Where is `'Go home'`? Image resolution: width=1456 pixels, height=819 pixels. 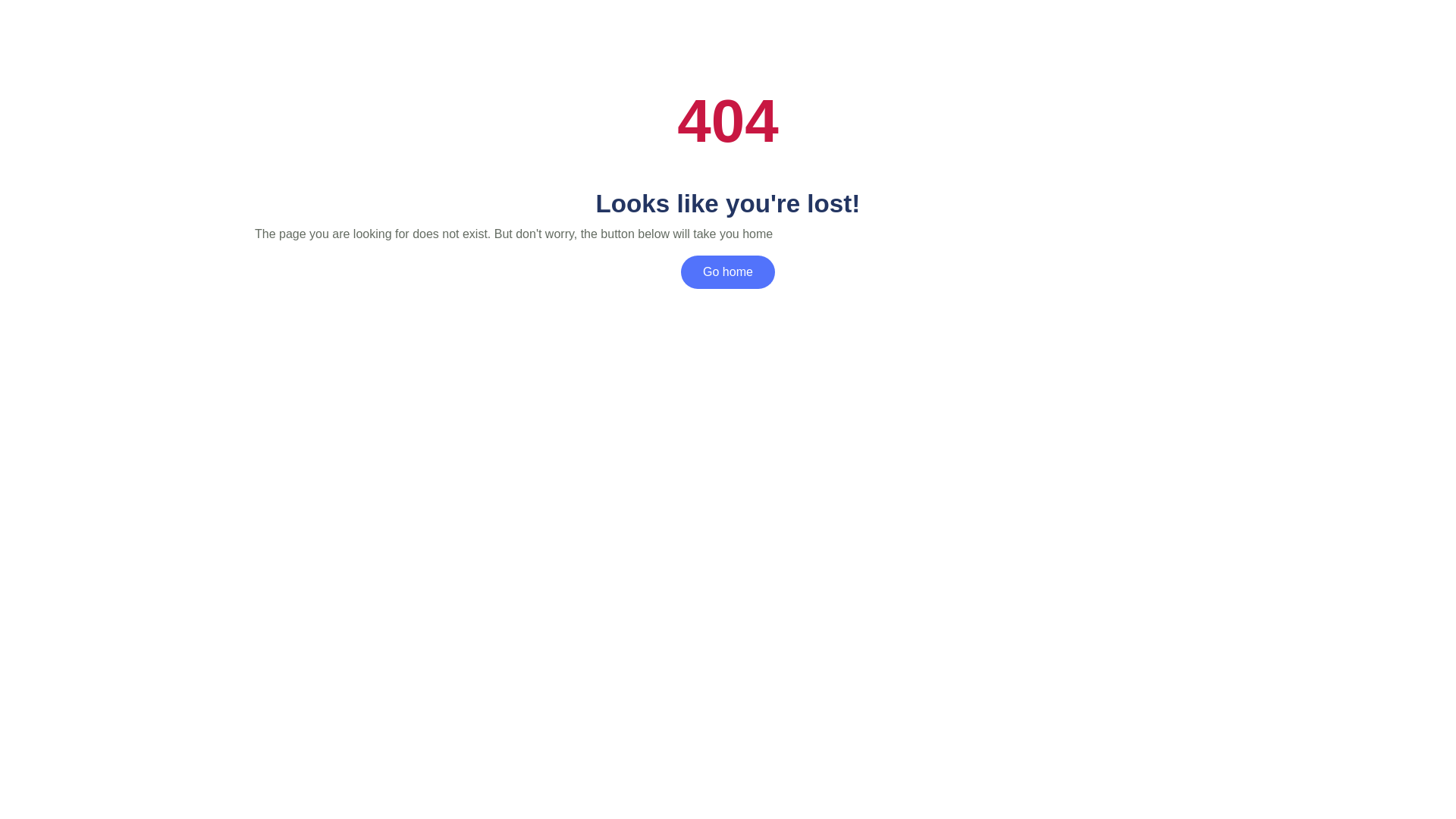
'Go home' is located at coordinates (726, 271).